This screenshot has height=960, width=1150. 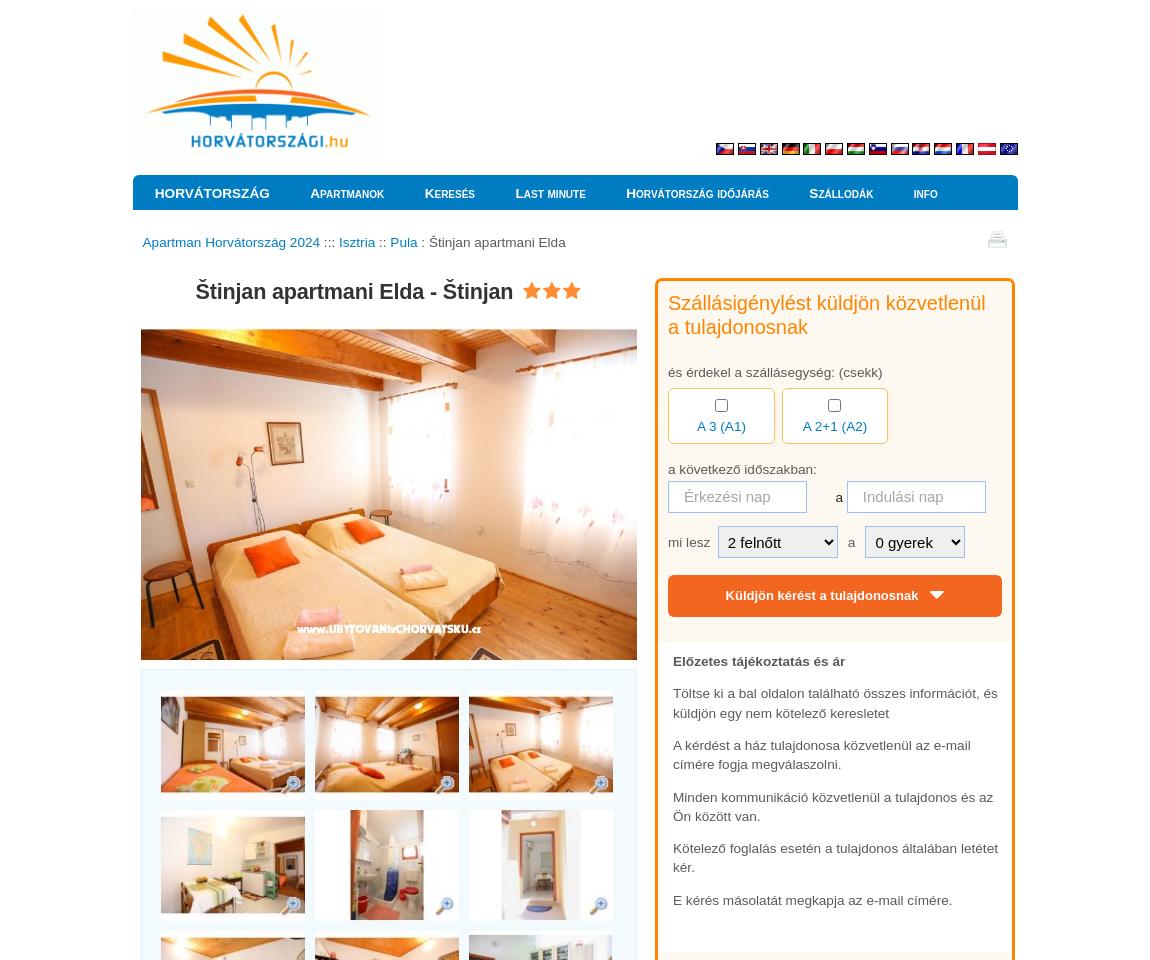 I want to click on 'HORVÁTORSZÁG', so click(x=210, y=193).